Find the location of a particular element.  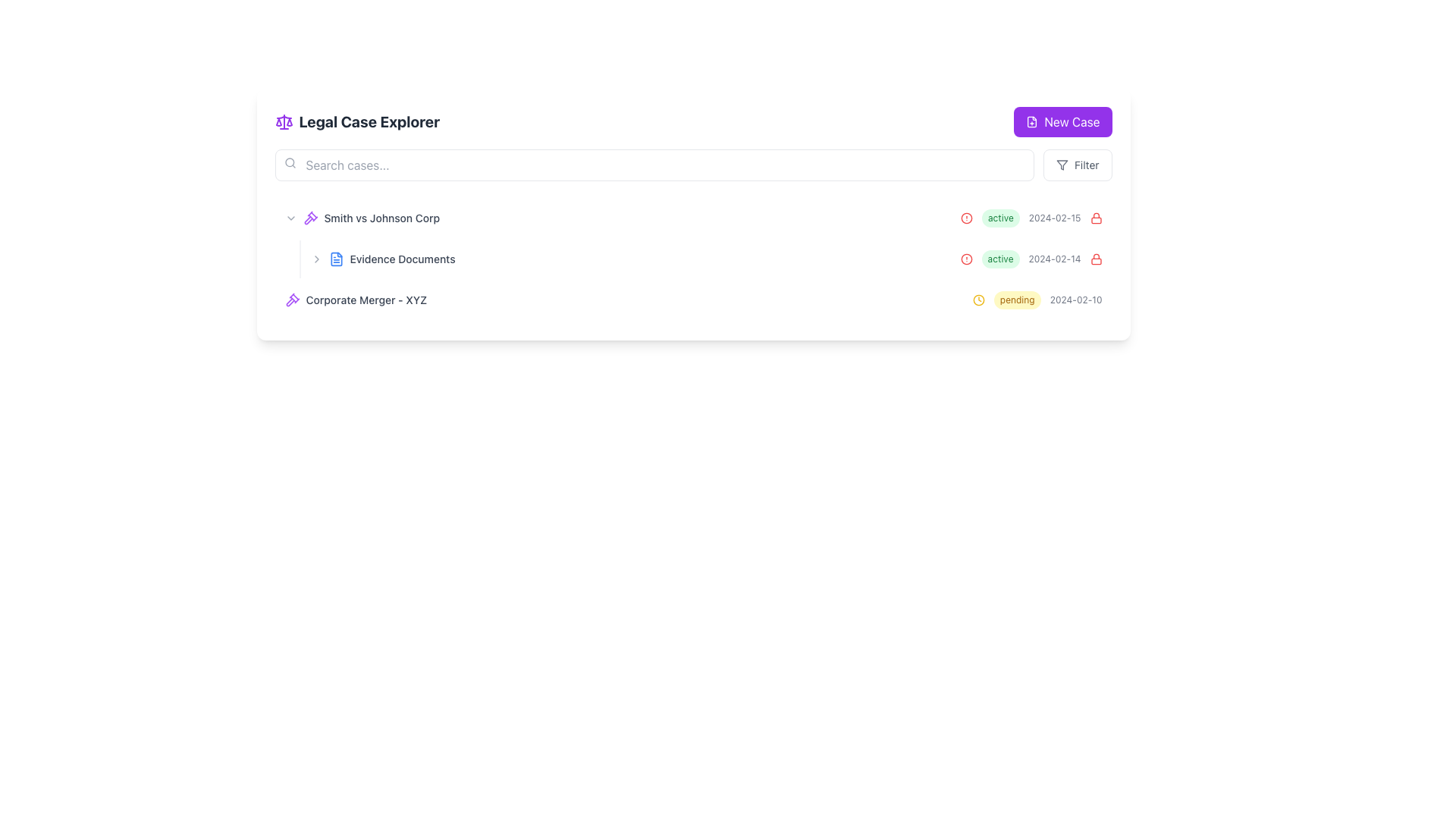

the 'Legal Case Explorer' text label heading located in the top-left section of the interface, which serves as a title for this functionality is located at coordinates (369, 121).